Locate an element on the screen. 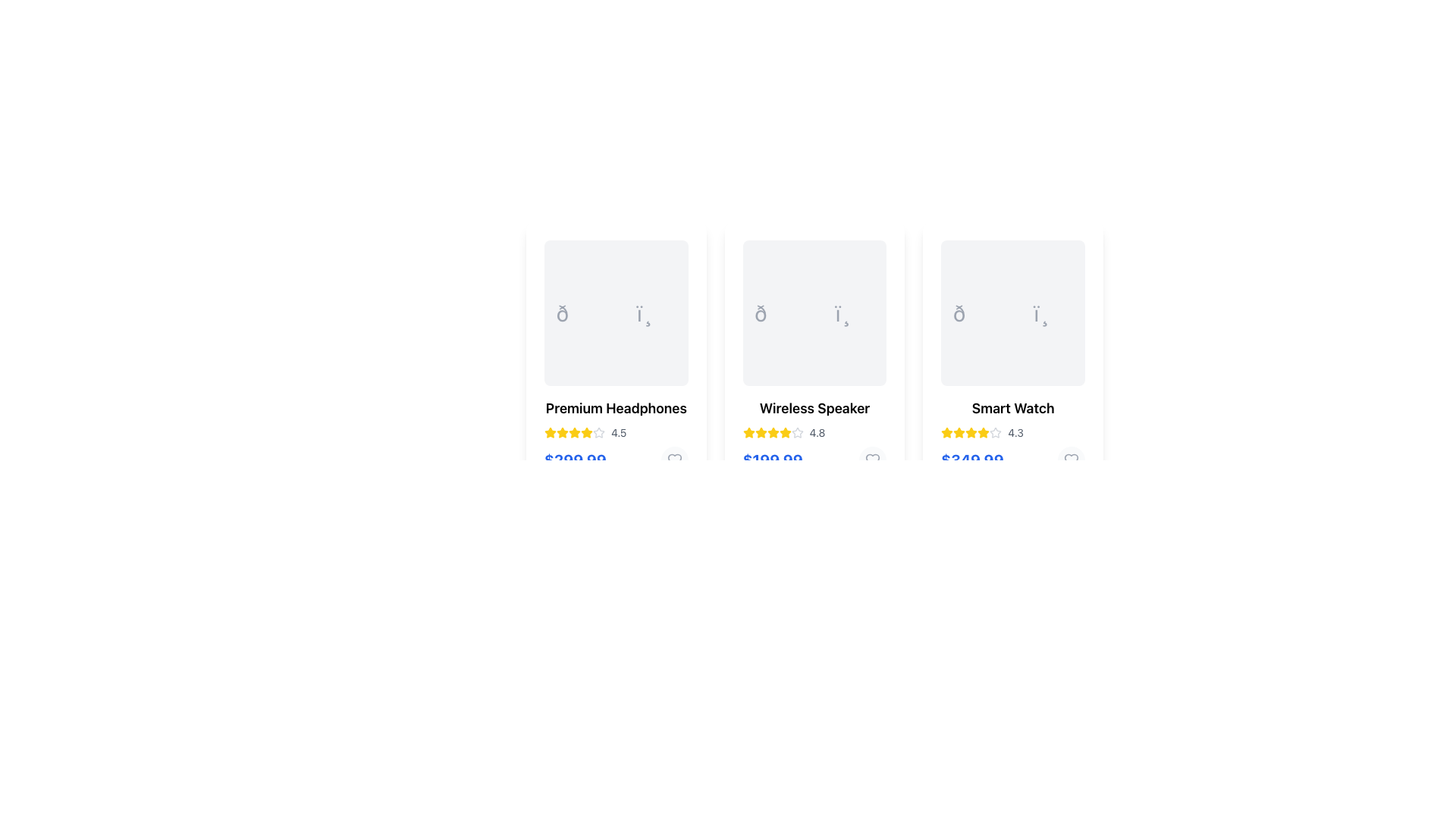  the filled yellow star icon representing the first rating in the set below the 'Premium Headphones' title is located at coordinates (549, 432).